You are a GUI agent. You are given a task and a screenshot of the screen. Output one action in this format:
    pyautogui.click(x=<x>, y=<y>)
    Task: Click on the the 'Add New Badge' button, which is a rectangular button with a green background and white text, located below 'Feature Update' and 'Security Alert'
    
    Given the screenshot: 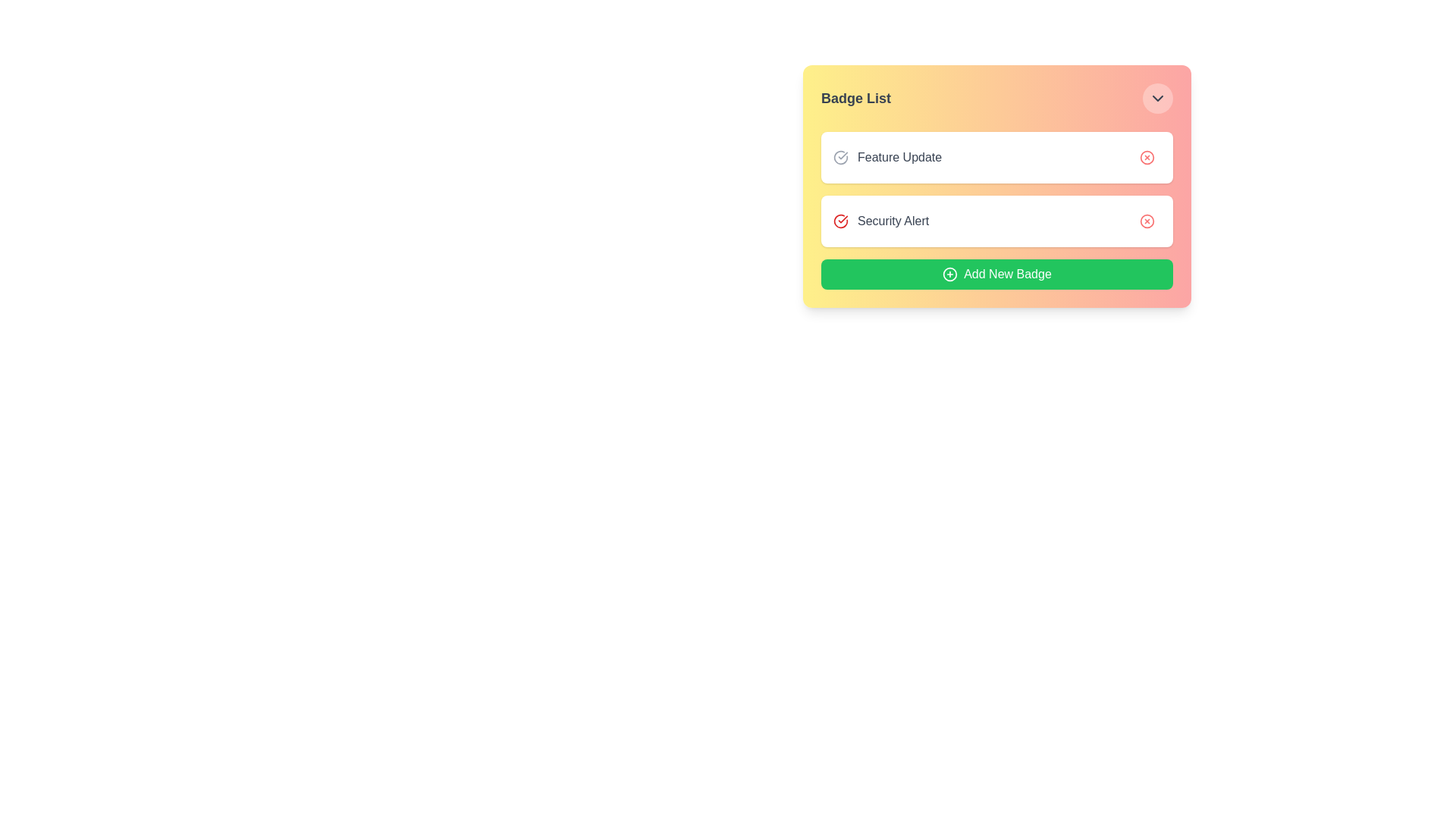 What is the action you would take?
    pyautogui.click(x=997, y=275)
    